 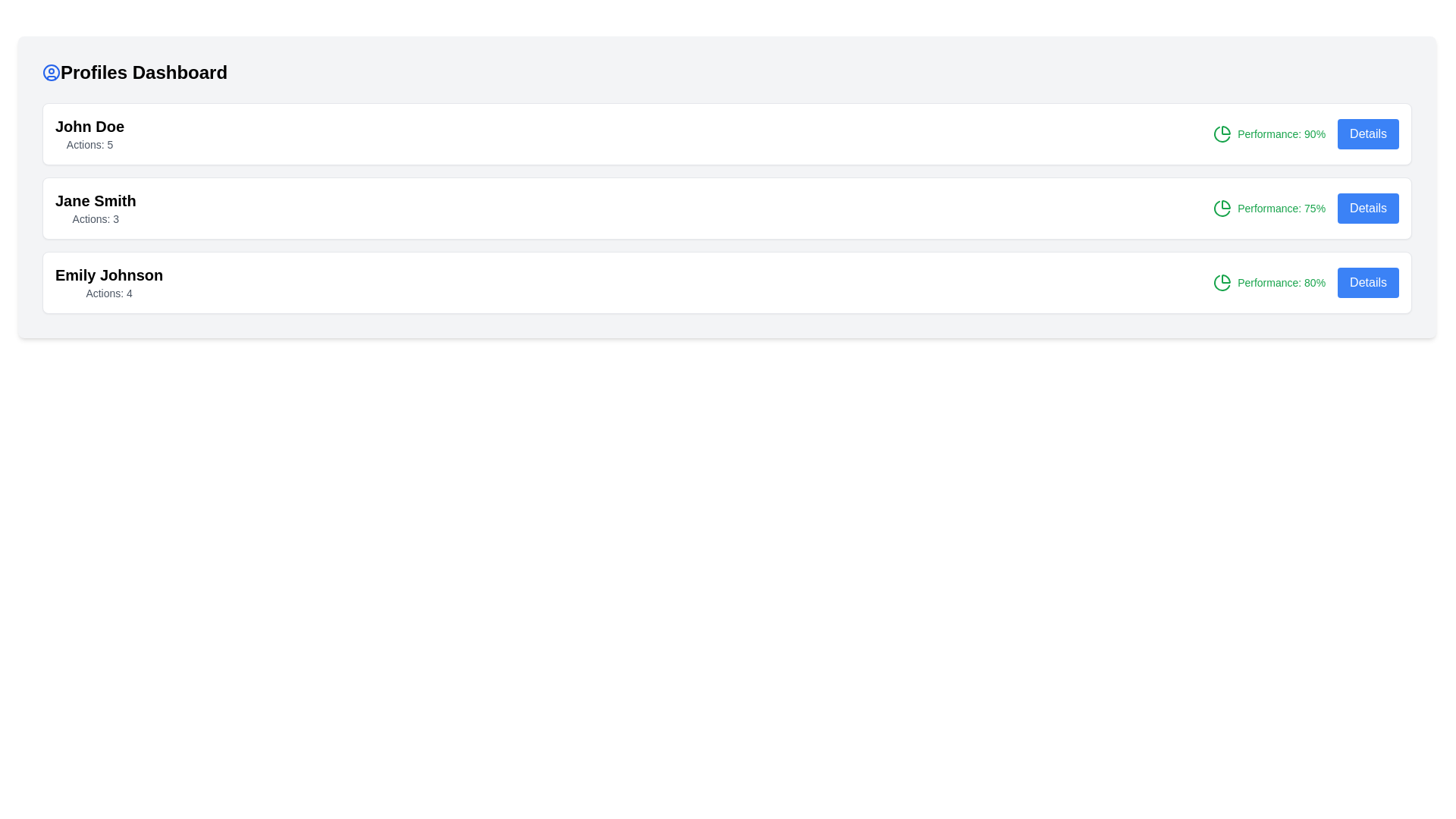 I want to click on the button located at the far right of the performance summary row, so click(x=1368, y=283).